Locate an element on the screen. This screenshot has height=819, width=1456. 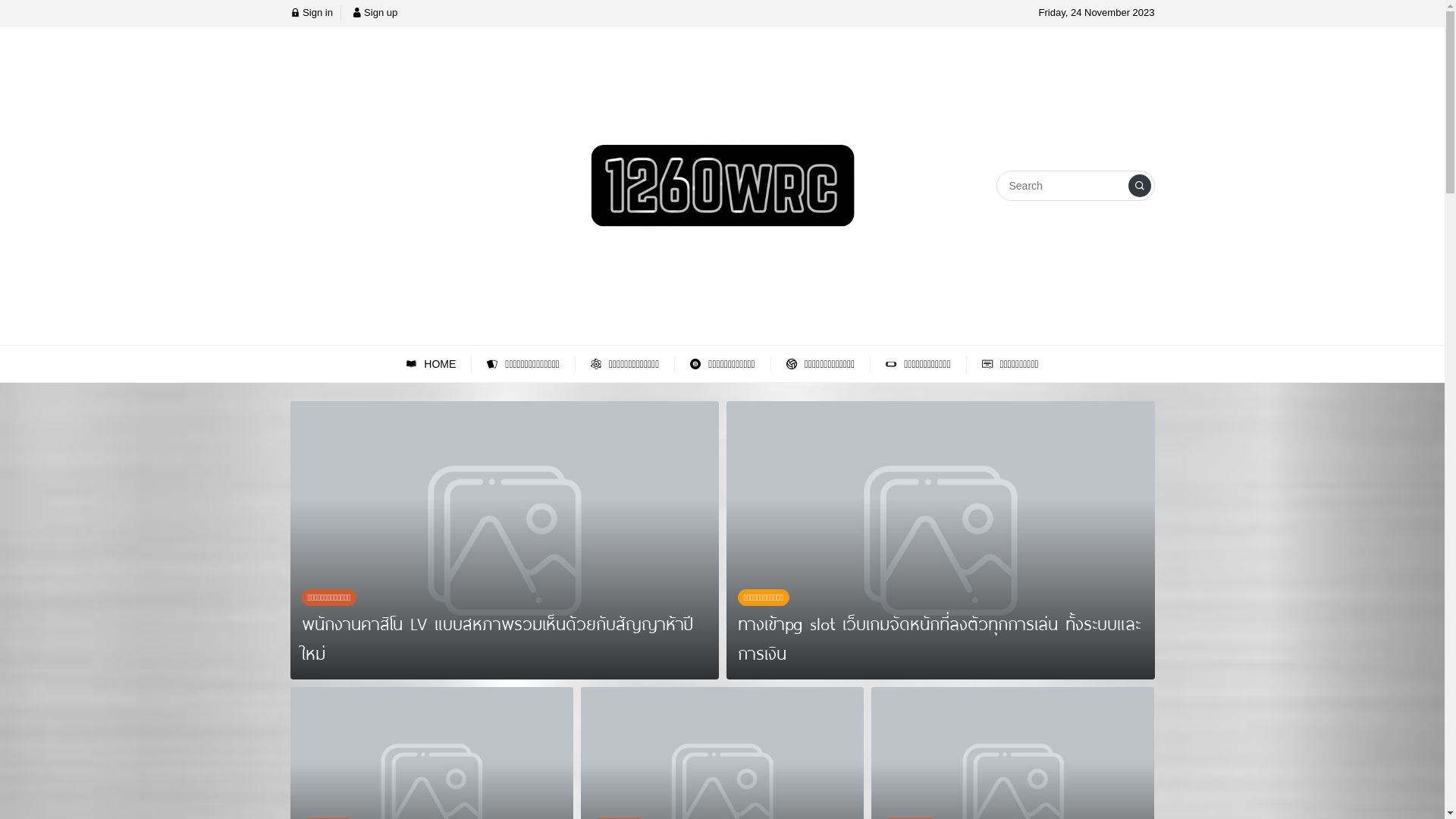
'HOME' is located at coordinates (430, 364).